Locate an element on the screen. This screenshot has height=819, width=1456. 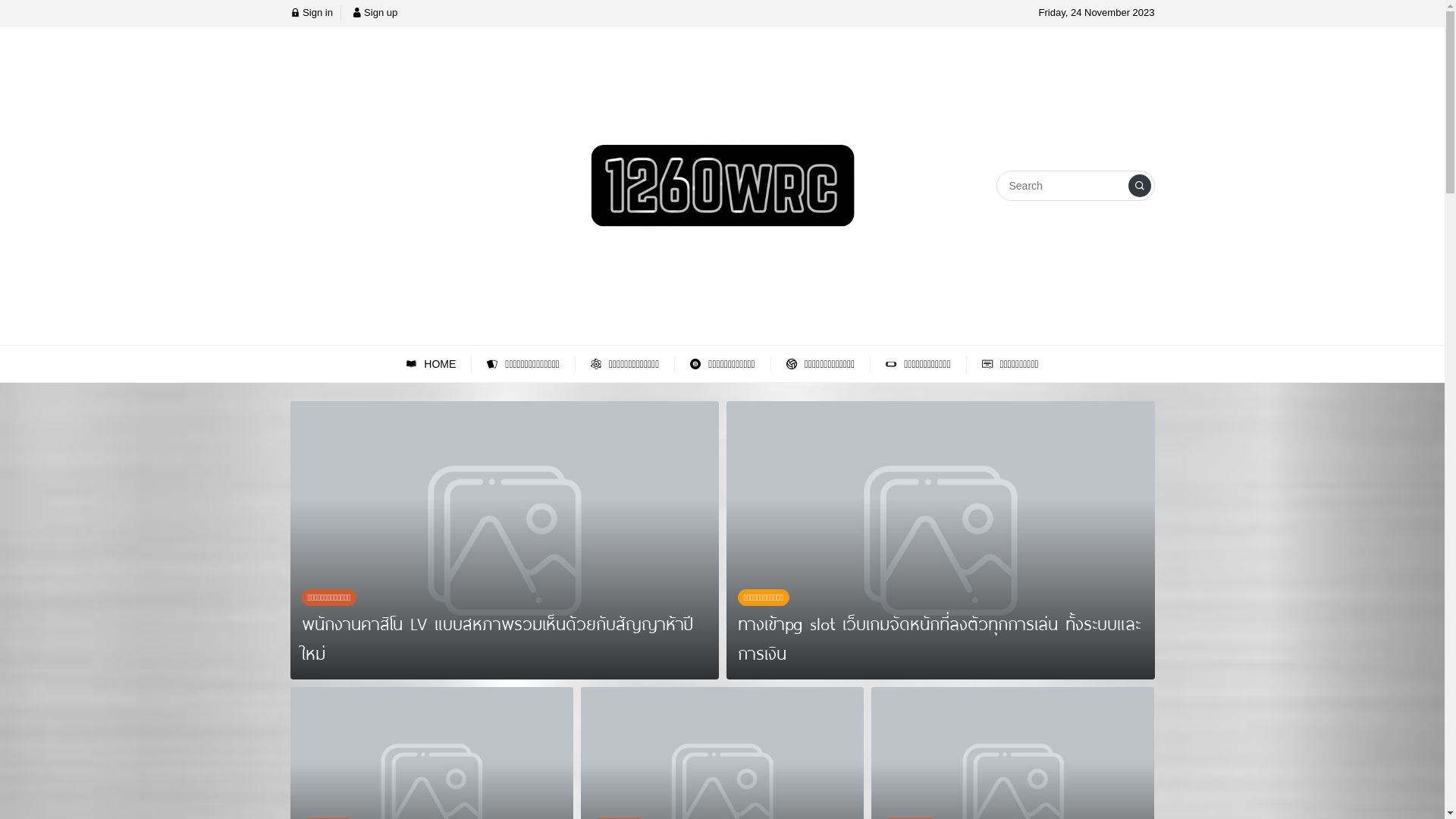
'HOME' is located at coordinates (430, 364).